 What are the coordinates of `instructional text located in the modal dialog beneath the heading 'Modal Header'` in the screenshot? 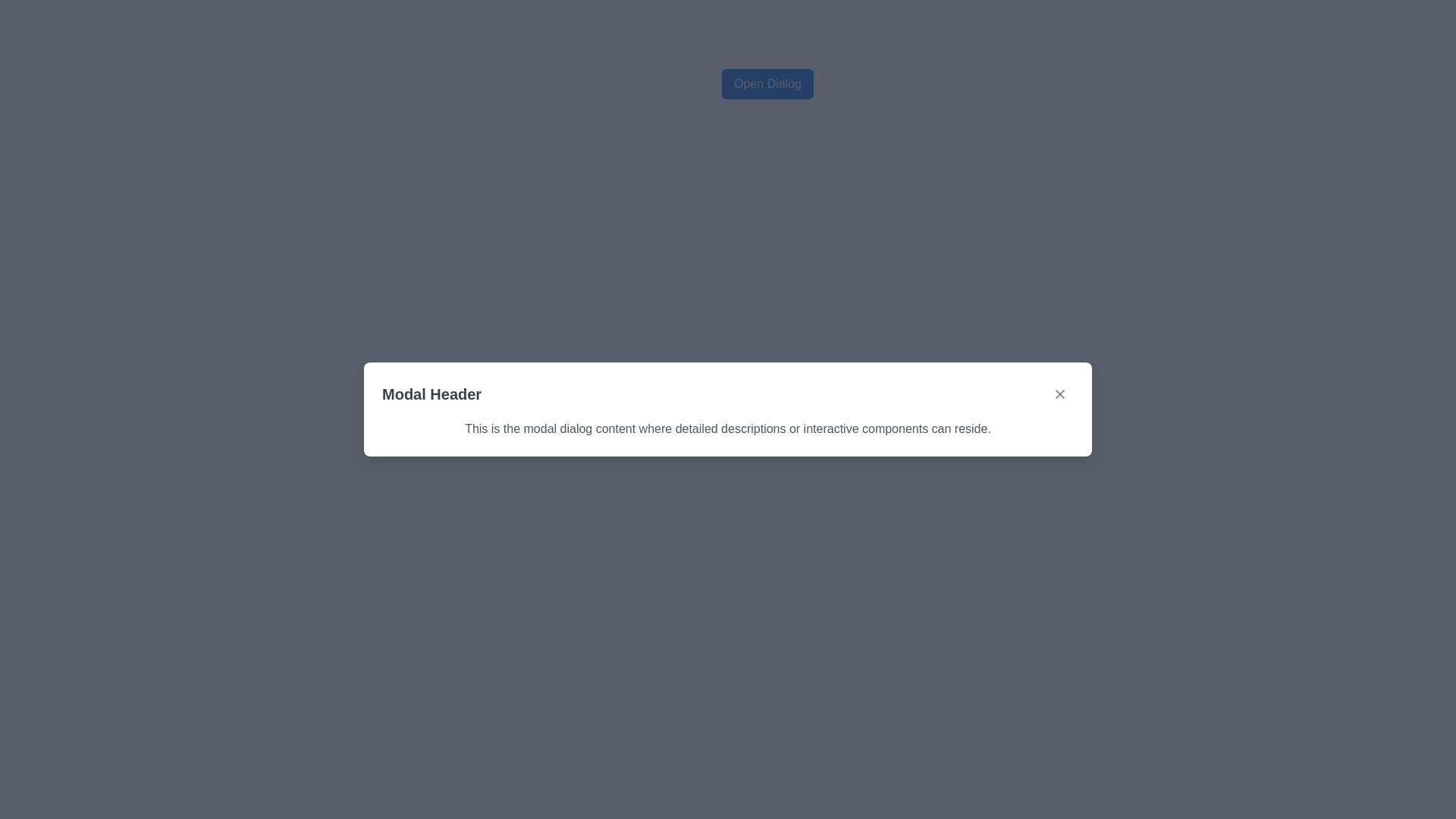 It's located at (728, 429).